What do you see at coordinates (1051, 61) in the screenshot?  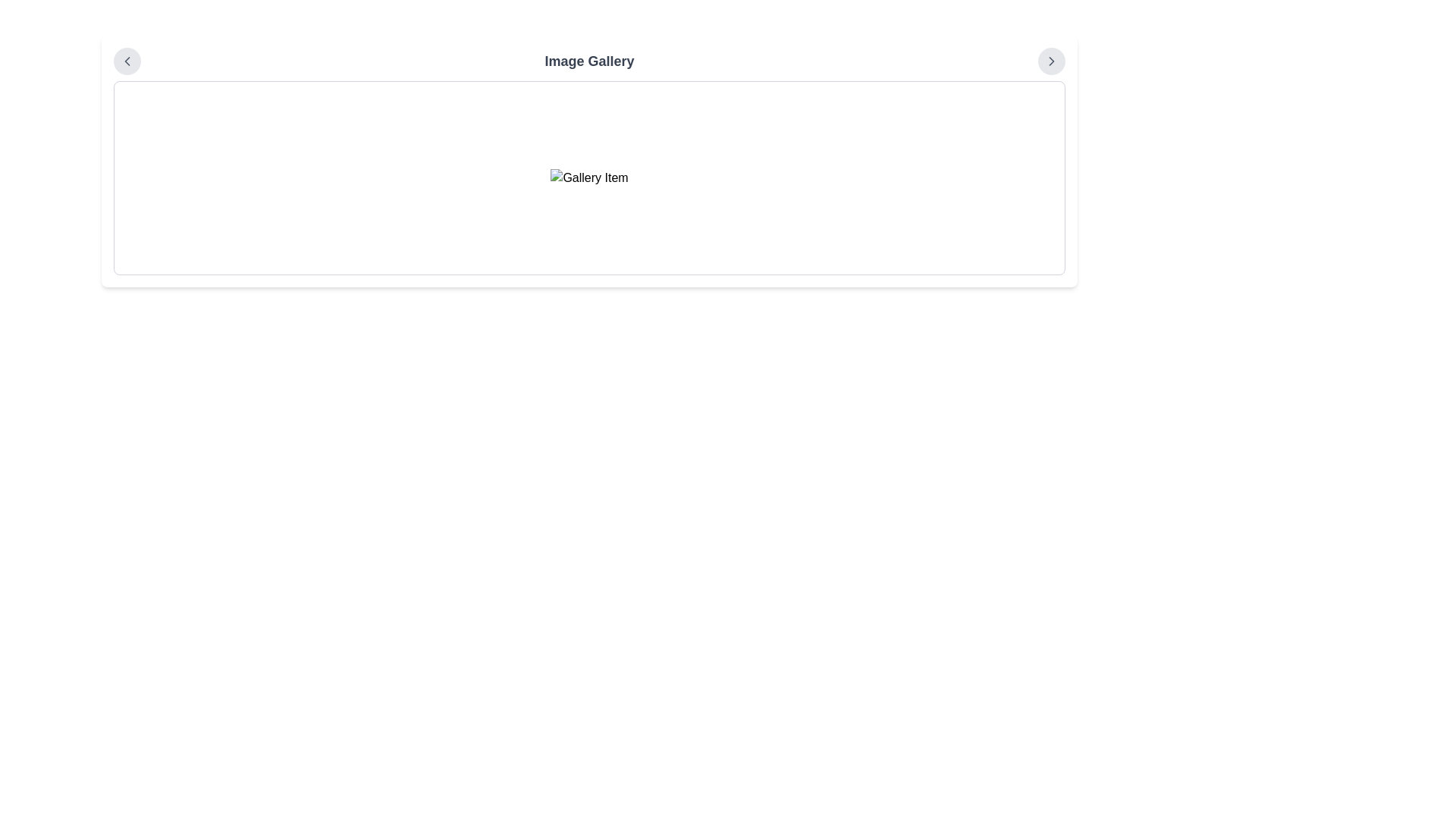 I see `the right-pointing chevron icon, which is a minimalist design made of three lines forming an arrow shape, located in the upper-right corner of the interface` at bounding box center [1051, 61].